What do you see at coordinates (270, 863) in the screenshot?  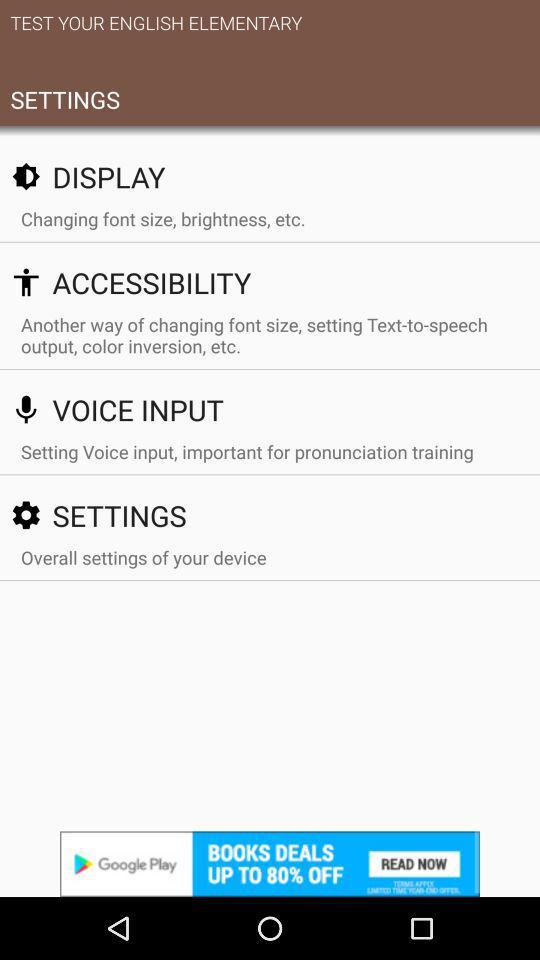 I see `advertisements website` at bounding box center [270, 863].